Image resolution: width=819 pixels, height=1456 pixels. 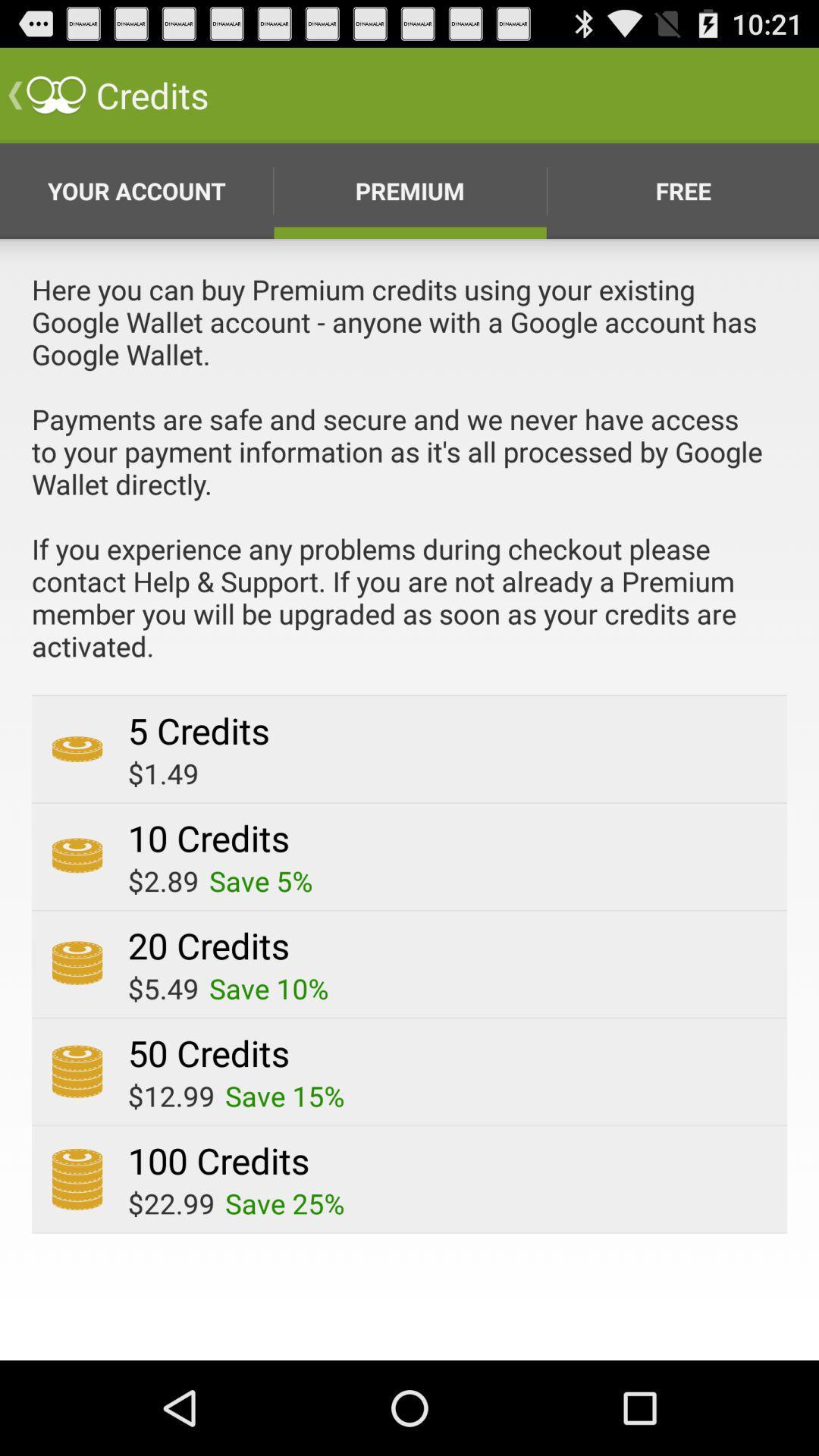 What do you see at coordinates (218, 1159) in the screenshot?
I see `the 100 credits item` at bounding box center [218, 1159].